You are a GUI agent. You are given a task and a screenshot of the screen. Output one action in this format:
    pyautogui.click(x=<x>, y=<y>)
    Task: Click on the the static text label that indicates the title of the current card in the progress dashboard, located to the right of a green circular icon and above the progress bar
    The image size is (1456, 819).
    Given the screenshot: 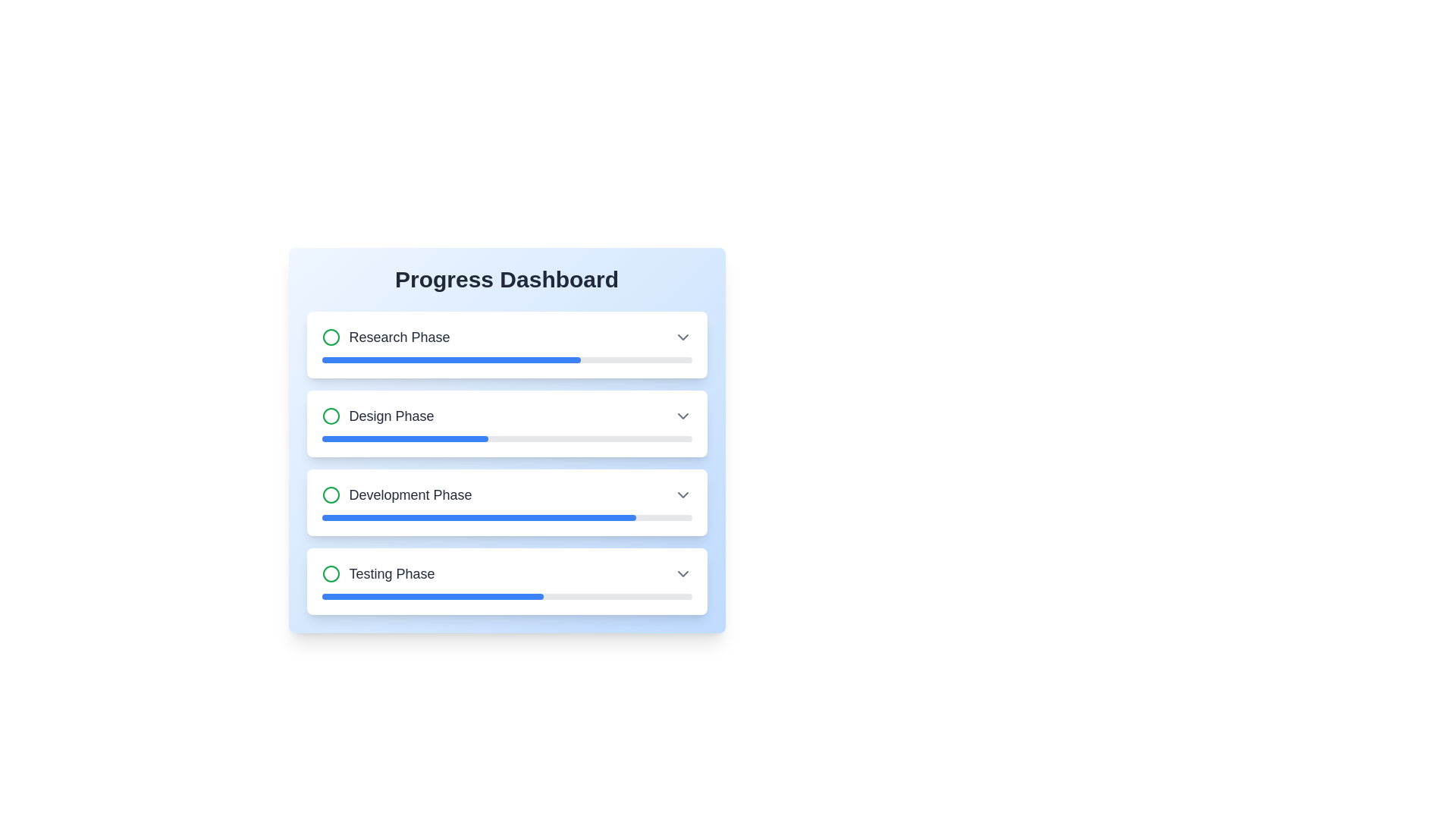 What is the action you would take?
    pyautogui.click(x=400, y=336)
    